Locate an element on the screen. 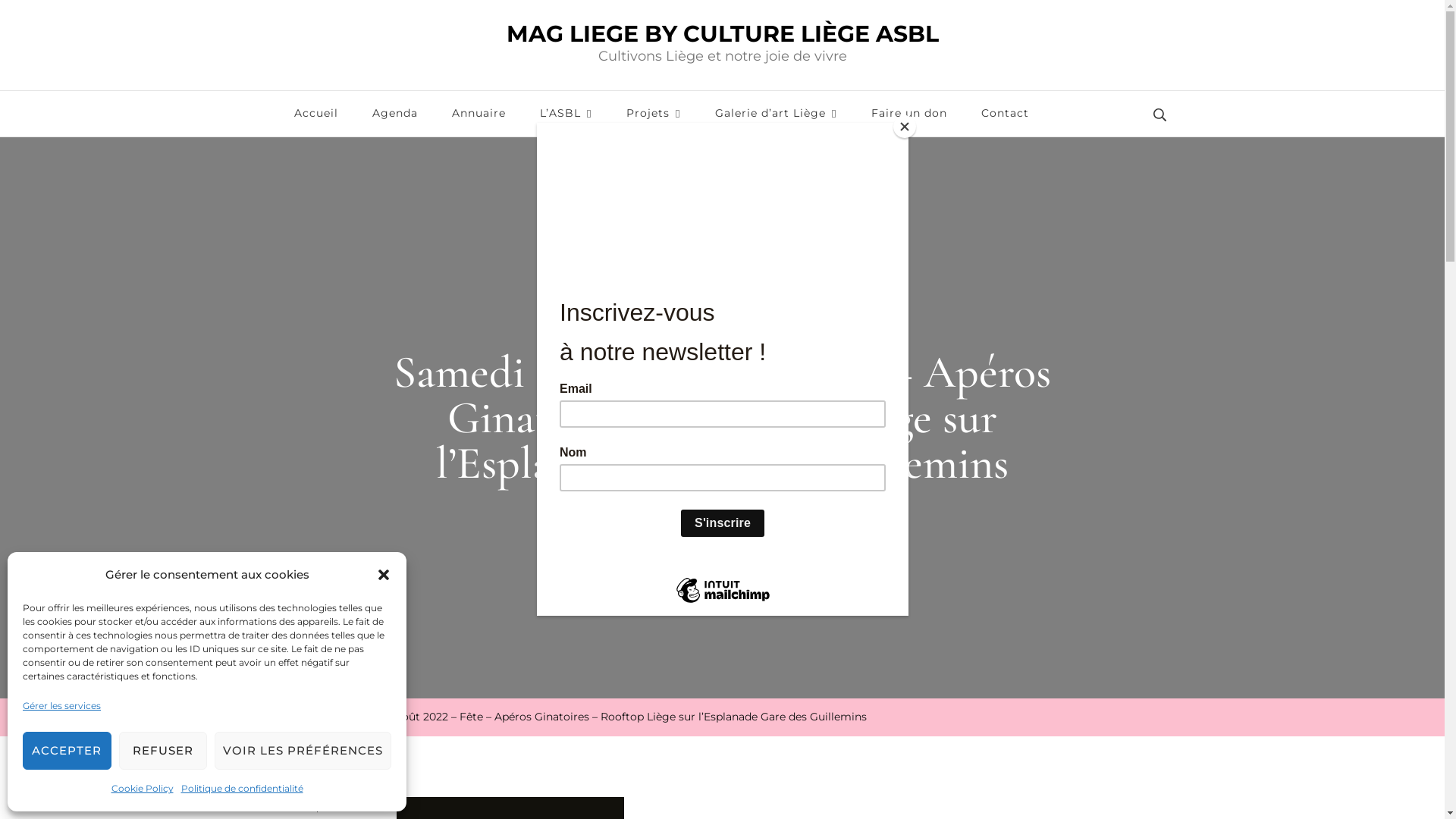 The image size is (1456, 819). 'ACCEPTER' is located at coordinates (66, 751).